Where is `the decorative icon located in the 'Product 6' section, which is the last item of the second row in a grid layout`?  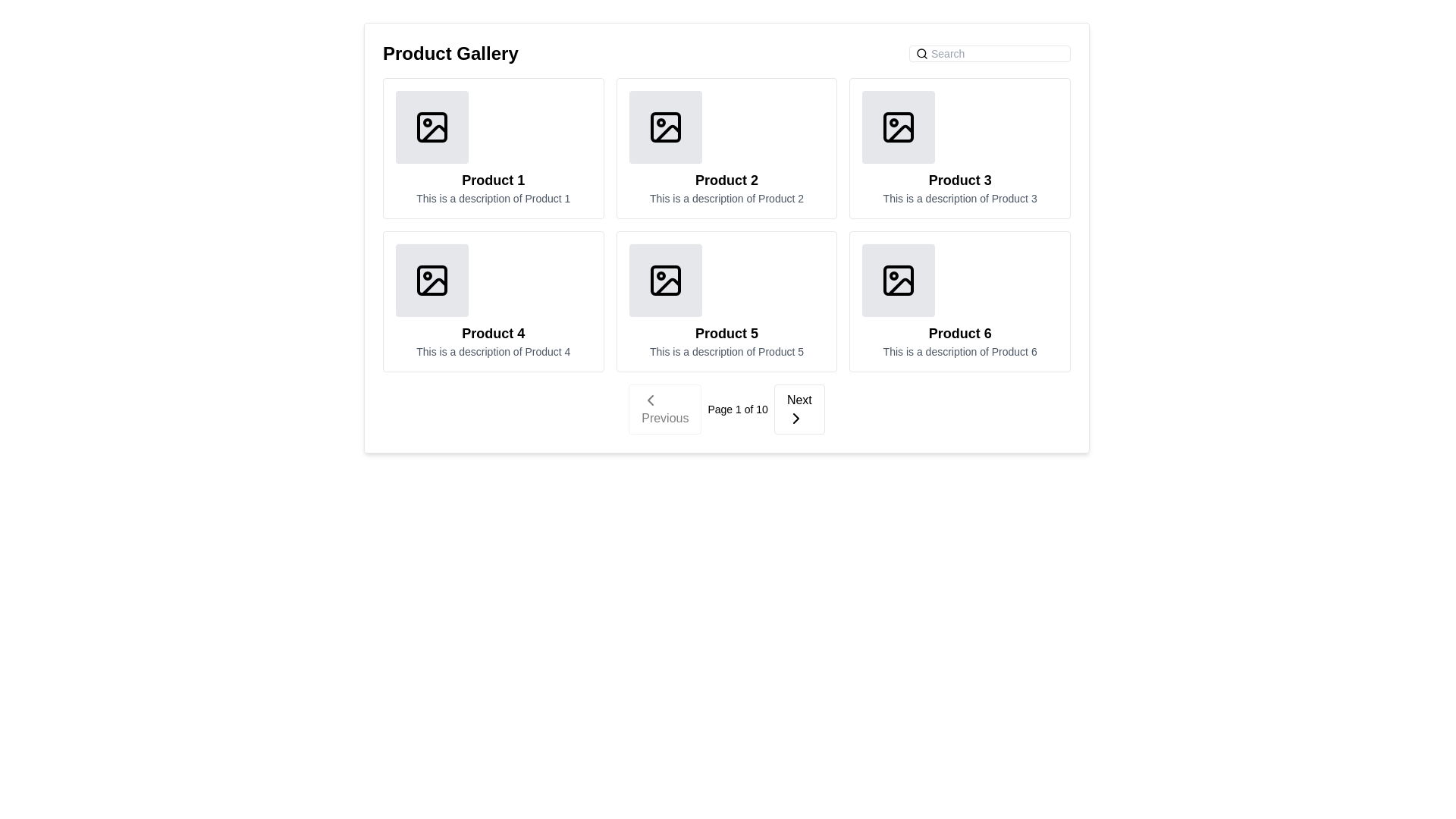
the decorative icon located in the 'Product 6' section, which is the last item of the second row in a grid layout is located at coordinates (899, 281).